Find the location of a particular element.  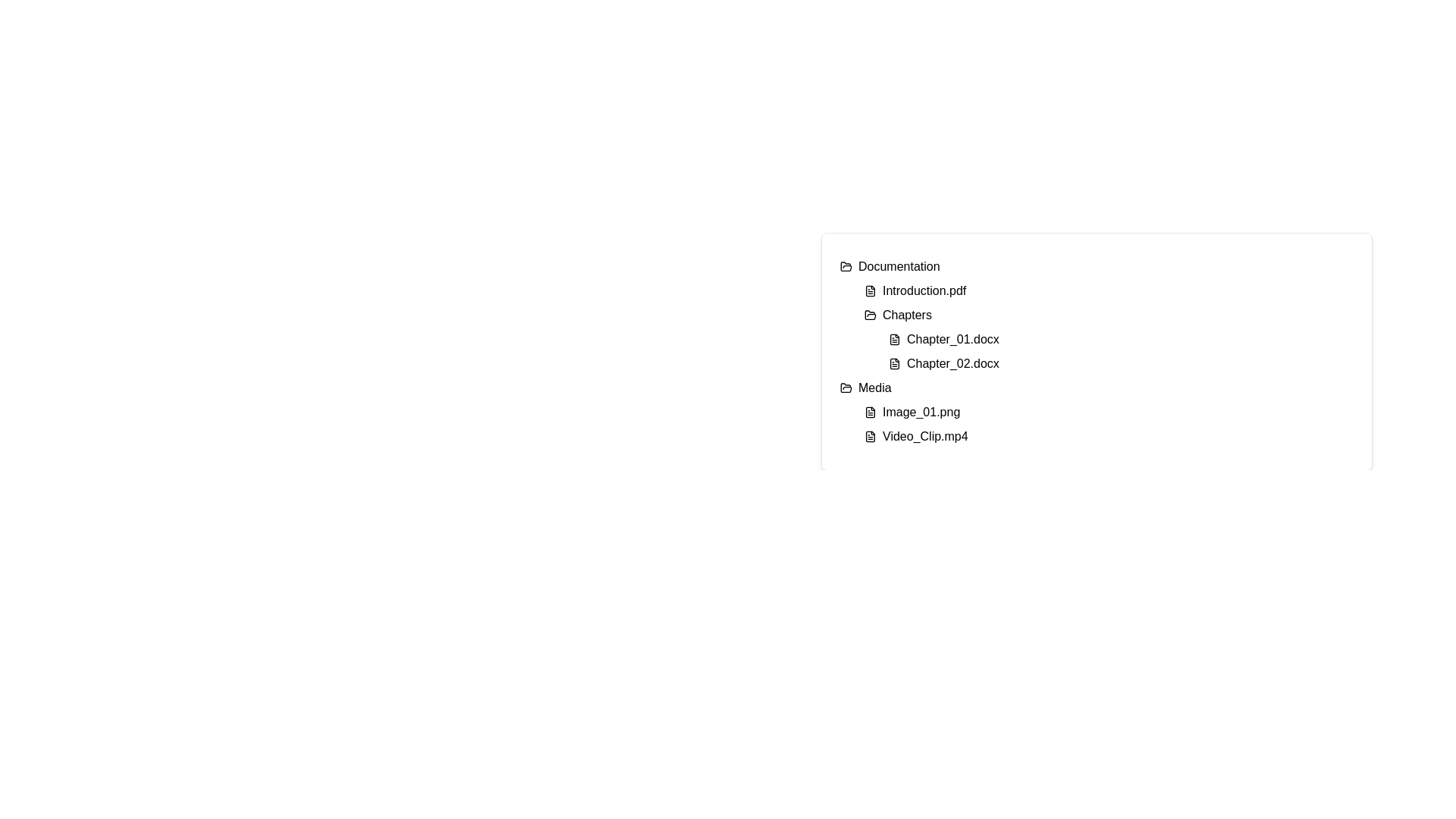

the graphical folder icon located is located at coordinates (846, 265).